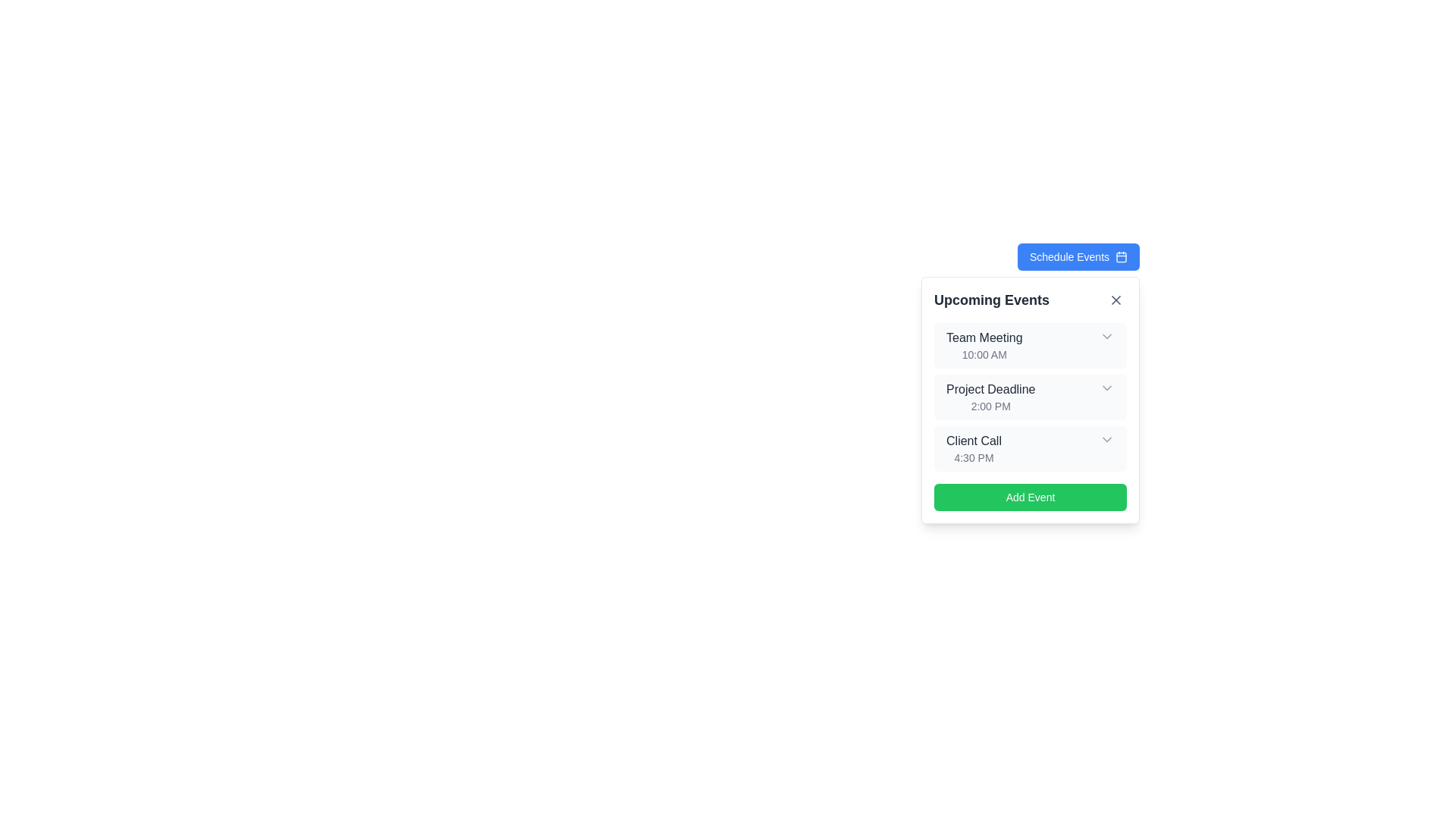 The image size is (1456, 819). Describe the element at coordinates (990, 388) in the screenshot. I see `text label displaying 'Project Deadline' which is styled in medium-weight gray font against a white background, located within the 'Upcoming Events' section` at that location.